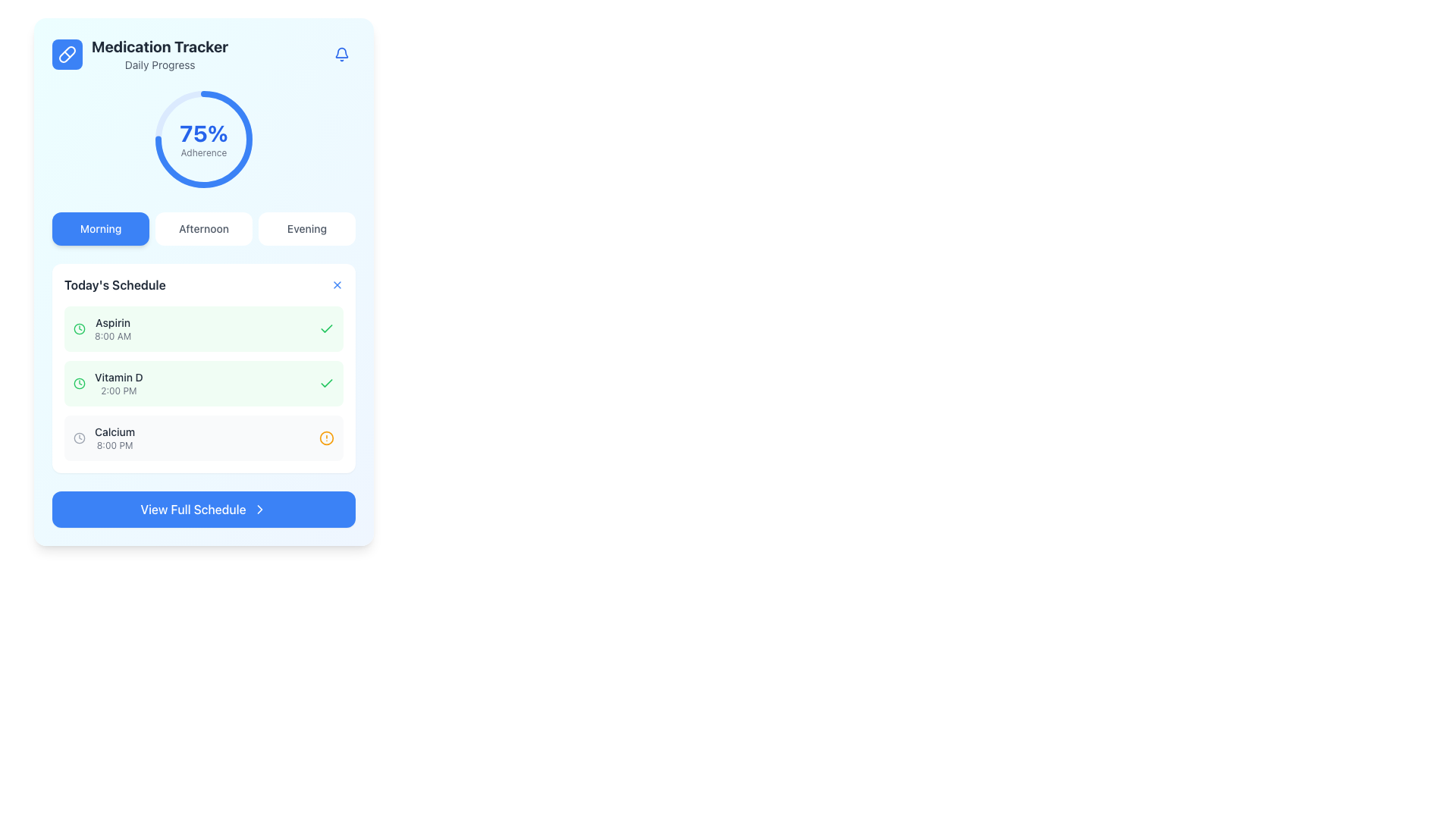 The image size is (1456, 819). I want to click on percentage value displayed in the large, bold blue text label showing '75%' located in the 'Medication Tracker' section above the word 'Adherence', so click(202, 132).